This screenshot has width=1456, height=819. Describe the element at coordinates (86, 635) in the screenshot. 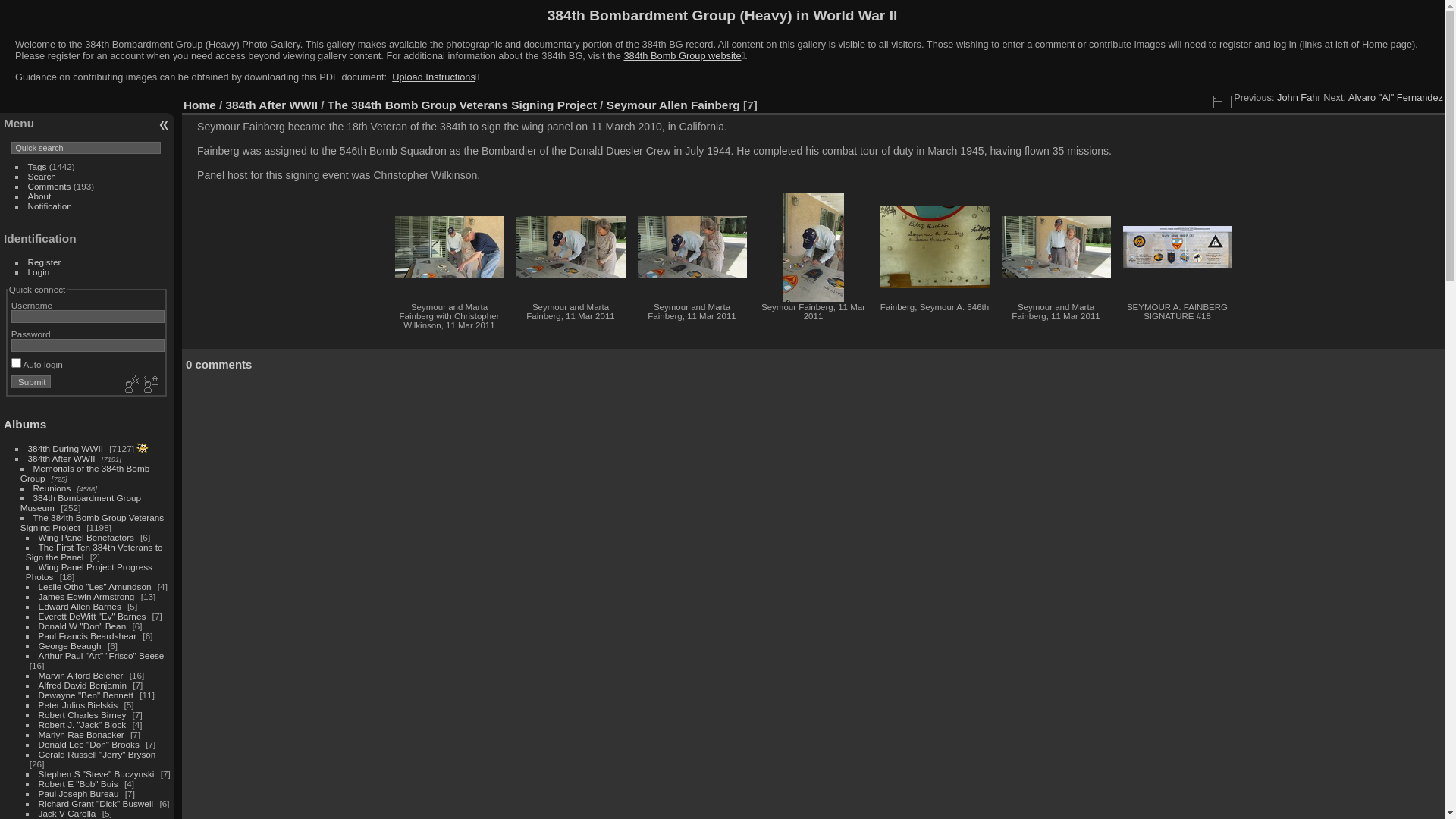

I see `'Paul Francis Beardshear'` at that location.